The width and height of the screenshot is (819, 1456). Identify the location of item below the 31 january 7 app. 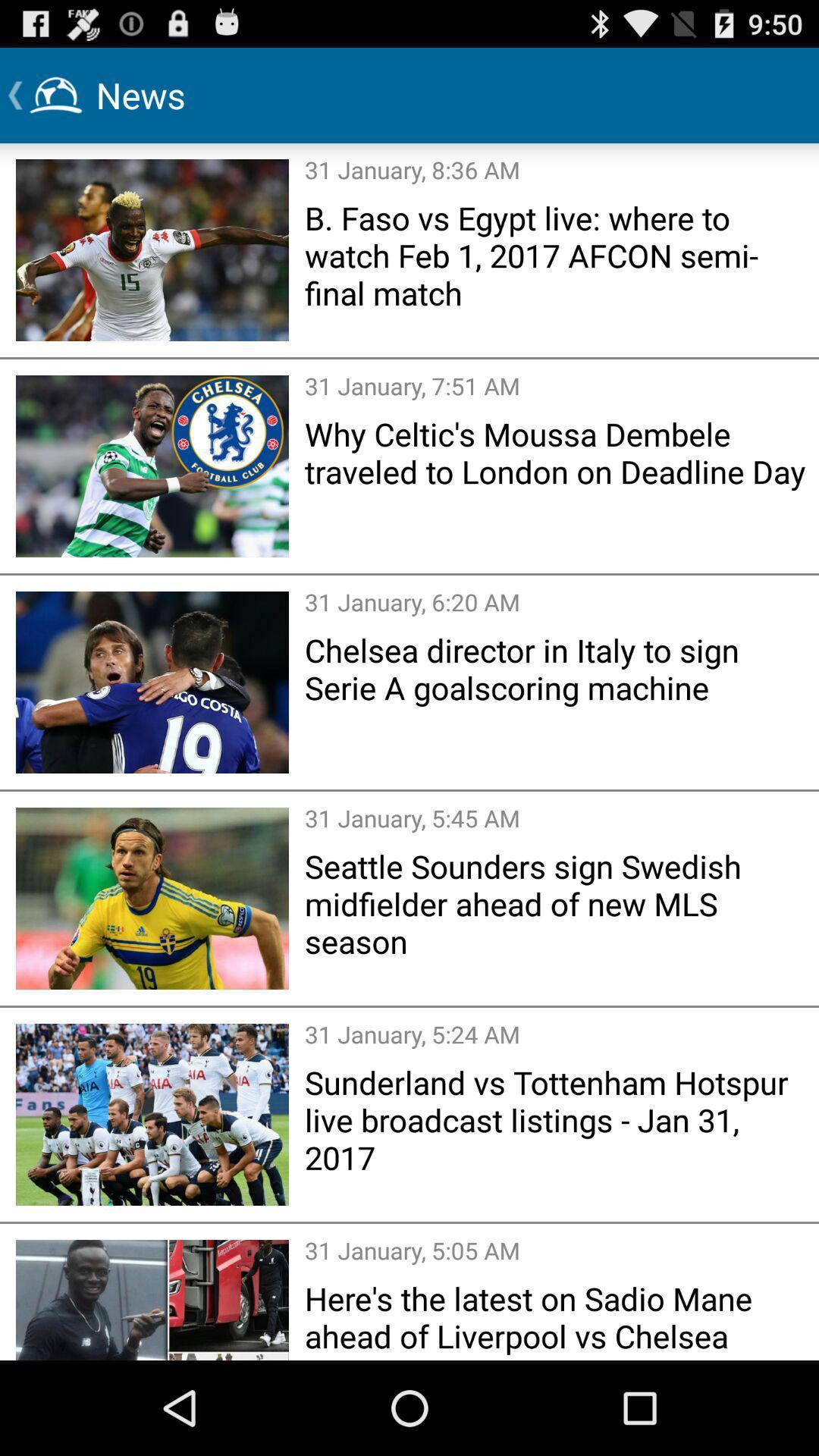
(557, 451).